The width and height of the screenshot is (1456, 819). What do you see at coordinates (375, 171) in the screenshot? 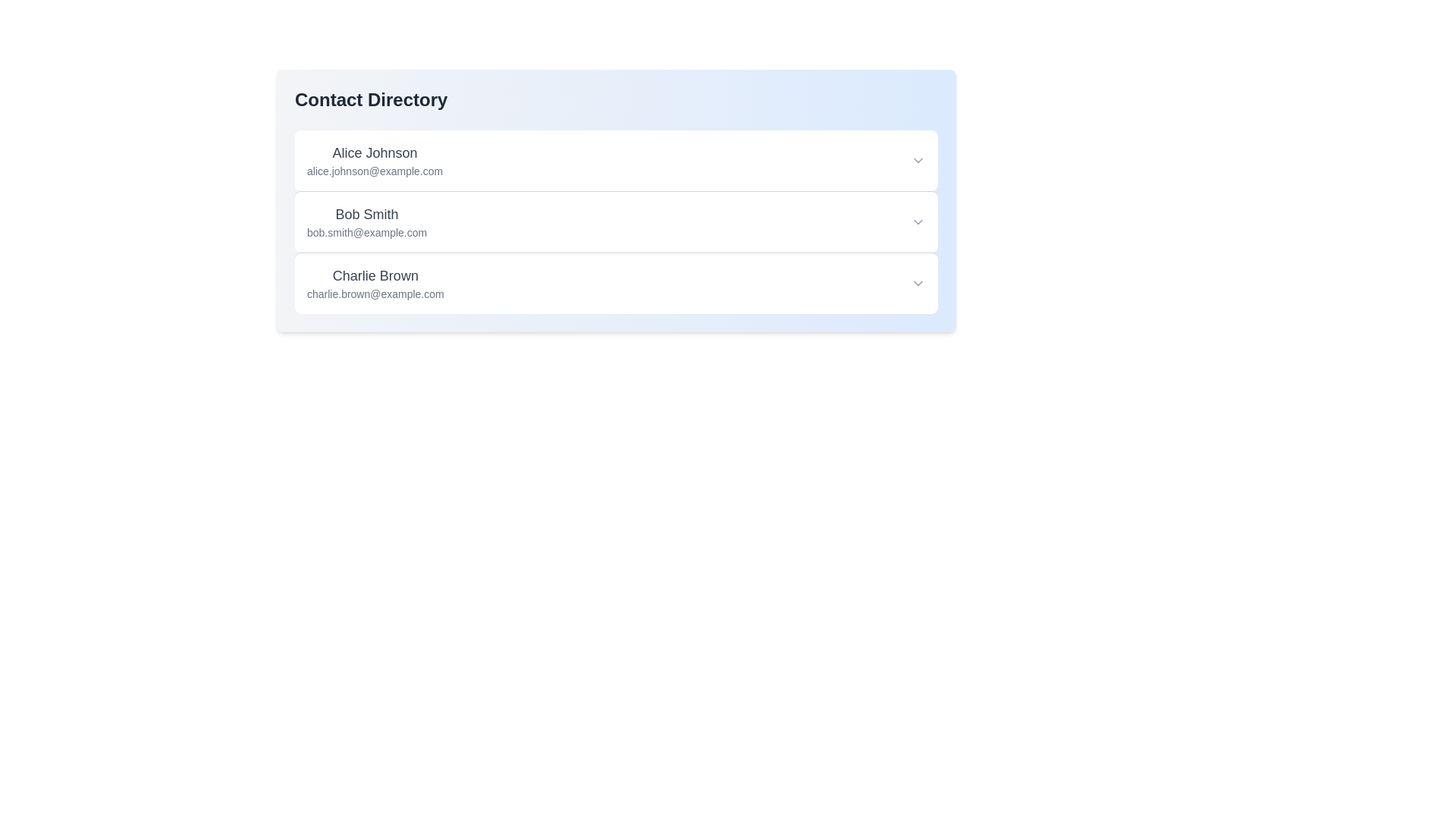
I see `the plain text displaying the email address for the contact 'Alice Johnson', located below the name in the contact directory list` at bounding box center [375, 171].